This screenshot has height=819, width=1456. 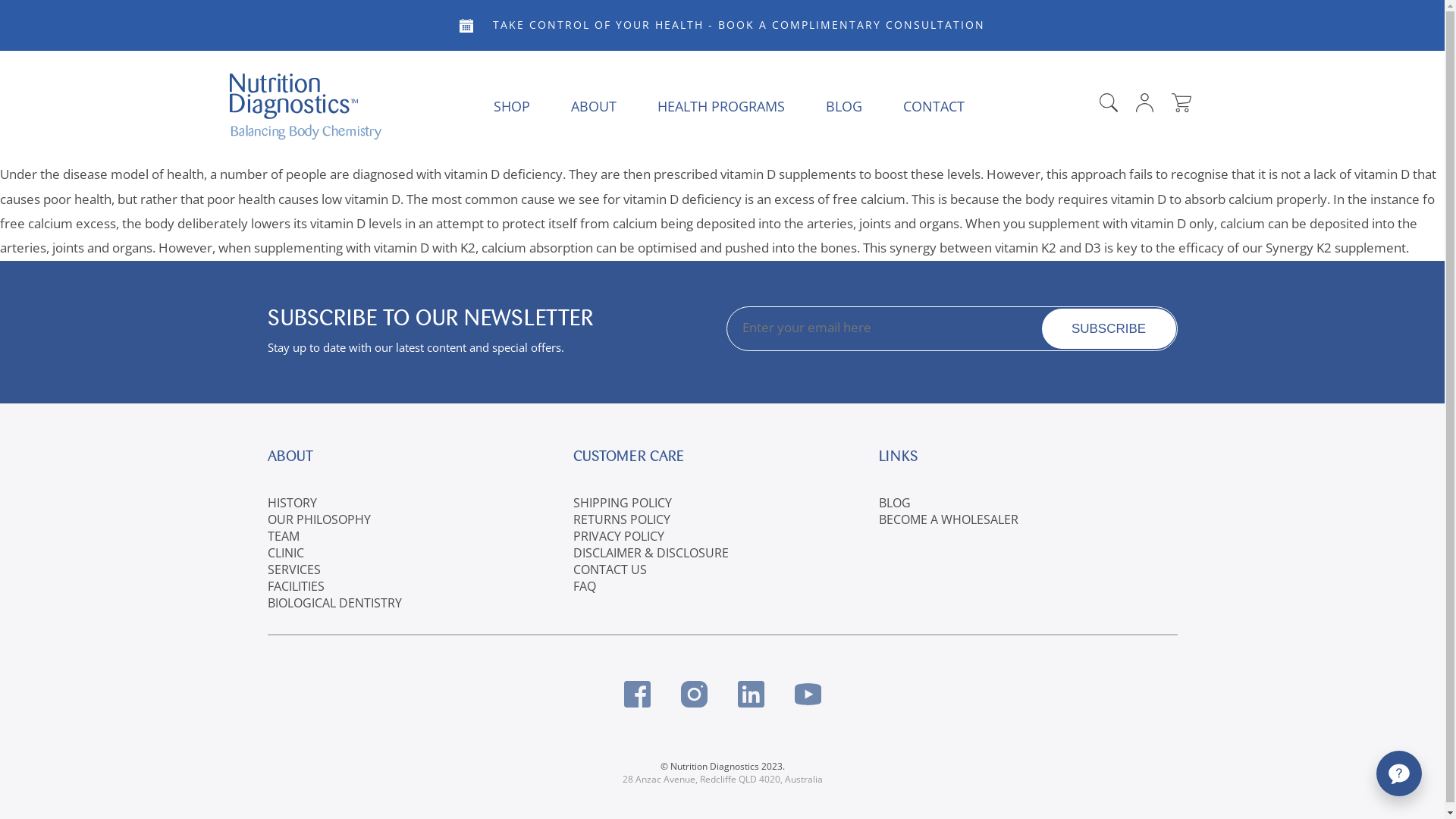 What do you see at coordinates (619, 535) in the screenshot?
I see `'PRIVACY POLICY'` at bounding box center [619, 535].